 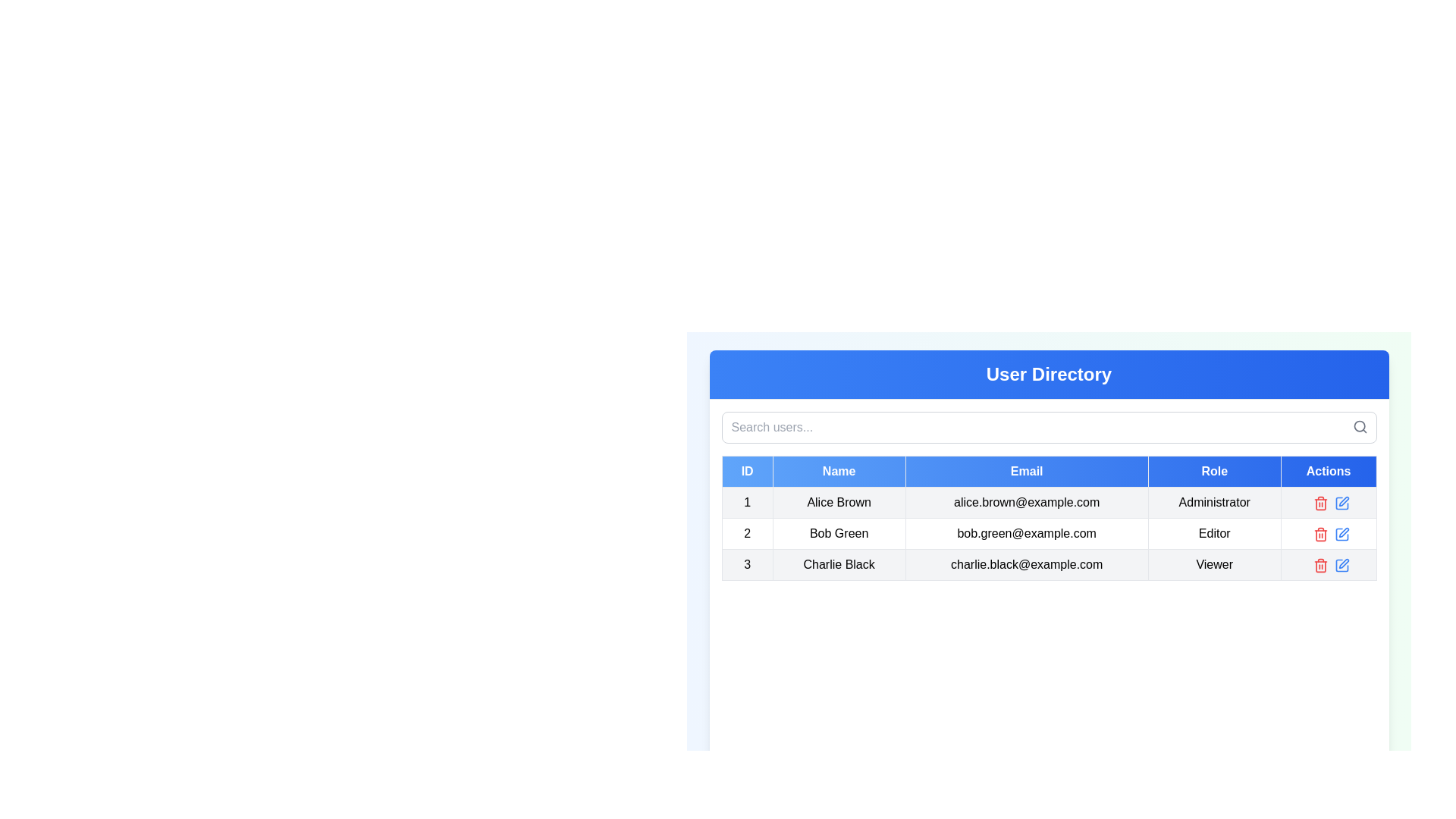 I want to click on the graphical representation of the rectangular outline of the trash can icon in the 'Actions' column of the last row of the user table, so click(x=1320, y=504).